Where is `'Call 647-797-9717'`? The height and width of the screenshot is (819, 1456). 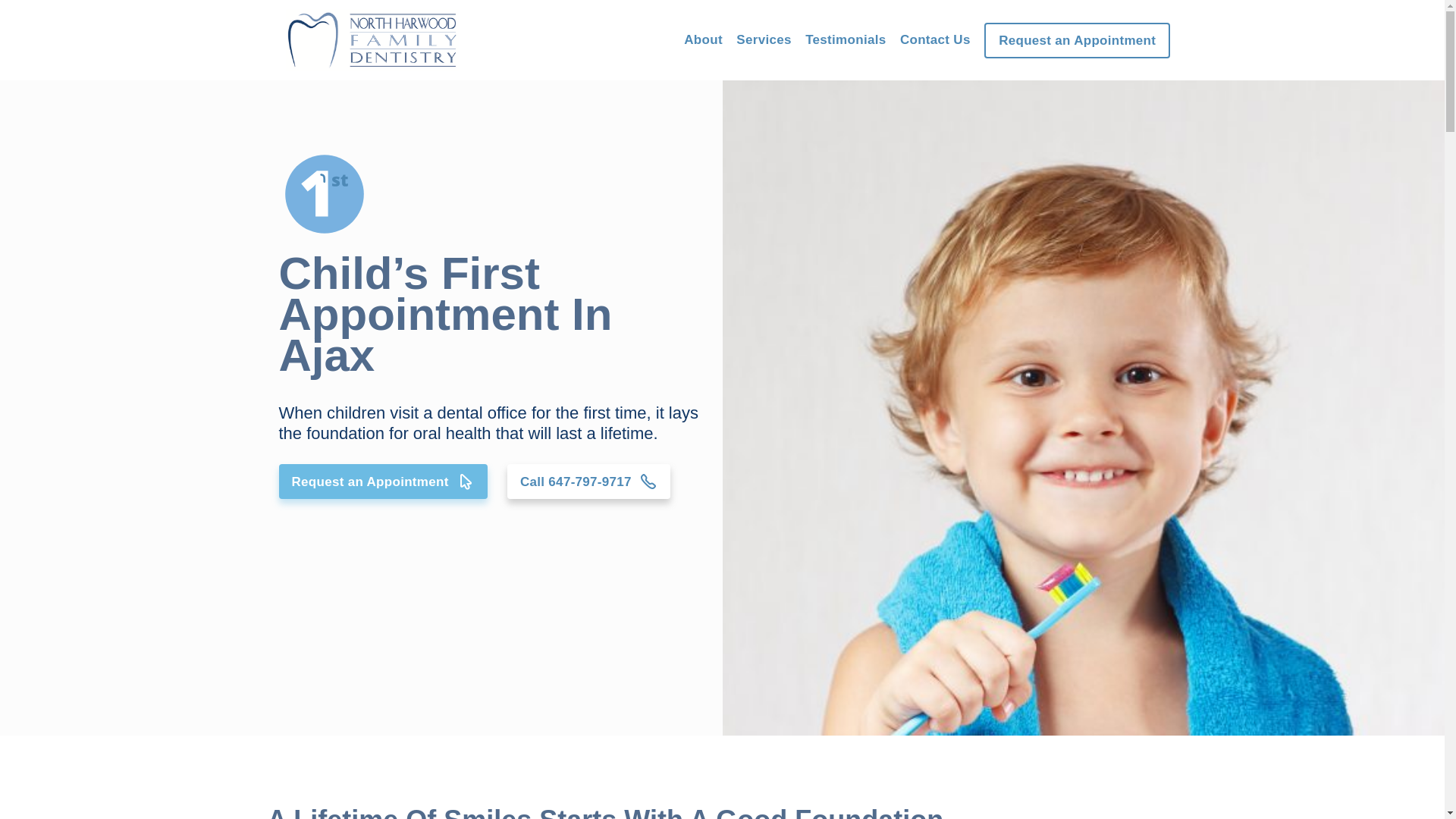
'Call 647-797-9717' is located at coordinates (588, 482).